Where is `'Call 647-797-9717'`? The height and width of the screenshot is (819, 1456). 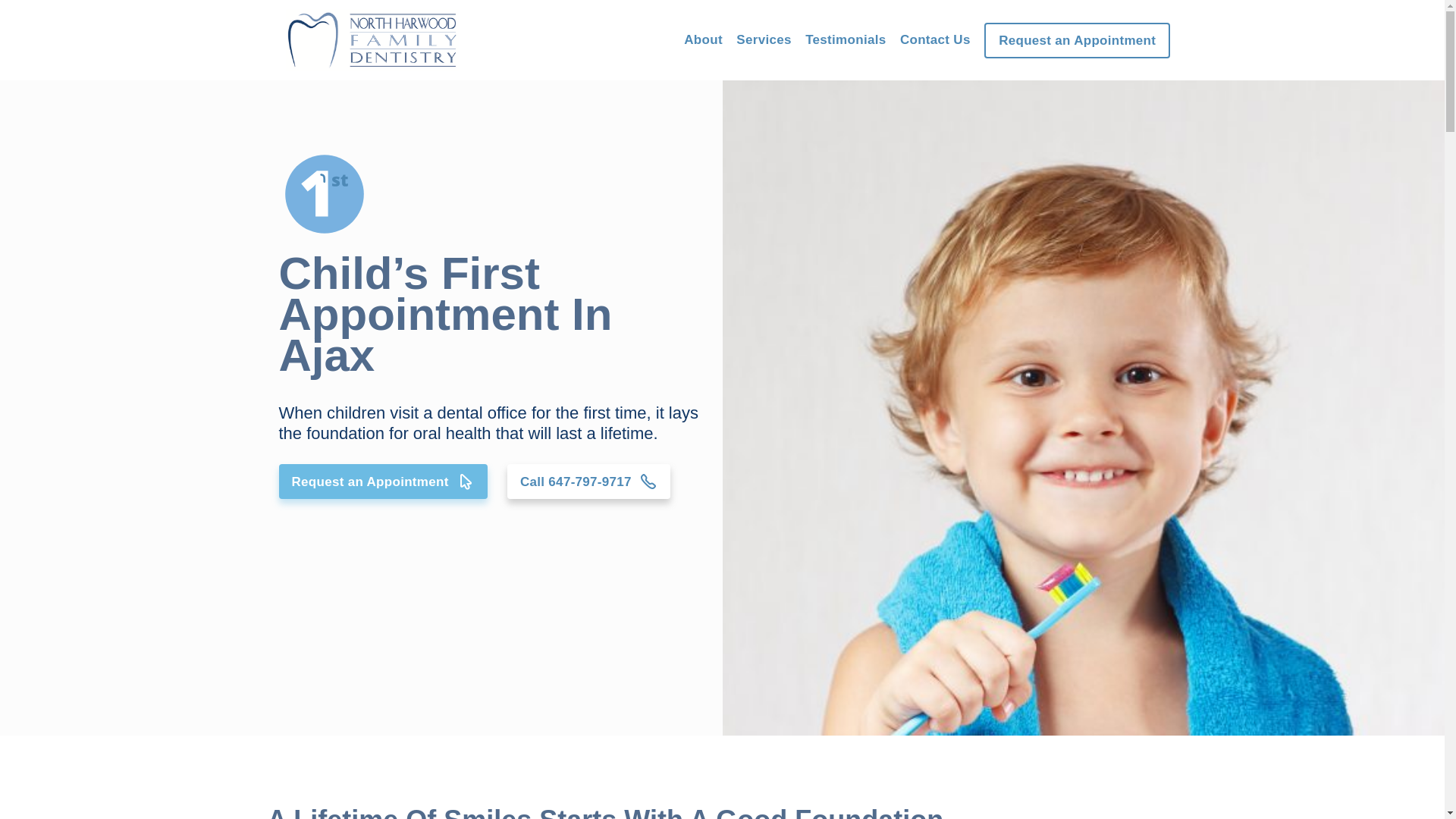
'Call 647-797-9717' is located at coordinates (588, 482).